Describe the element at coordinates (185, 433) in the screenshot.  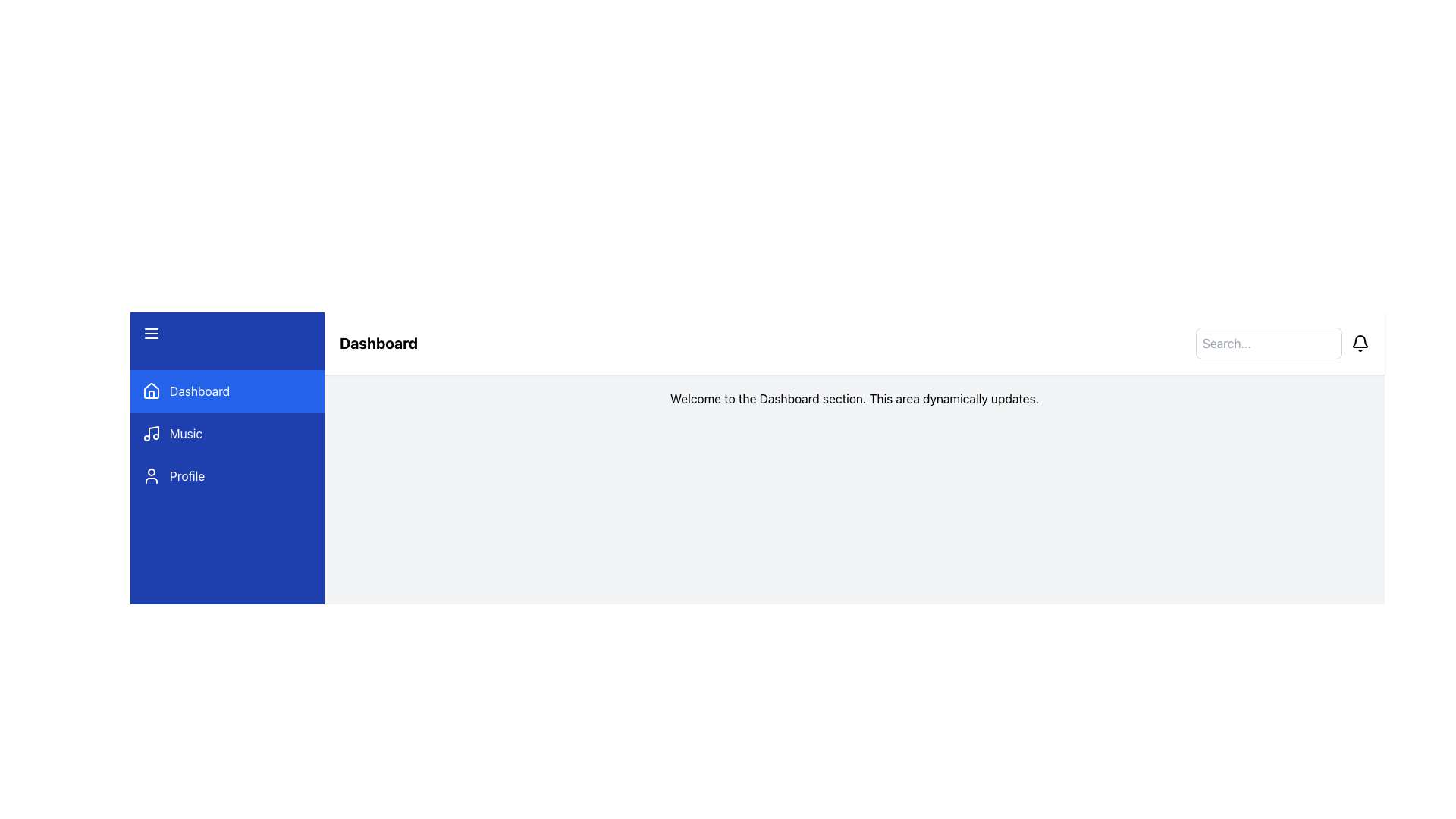
I see `the 'Music' text label in the sidebar menu, which is positioned immediately to the right of a musical note icon` at that location.